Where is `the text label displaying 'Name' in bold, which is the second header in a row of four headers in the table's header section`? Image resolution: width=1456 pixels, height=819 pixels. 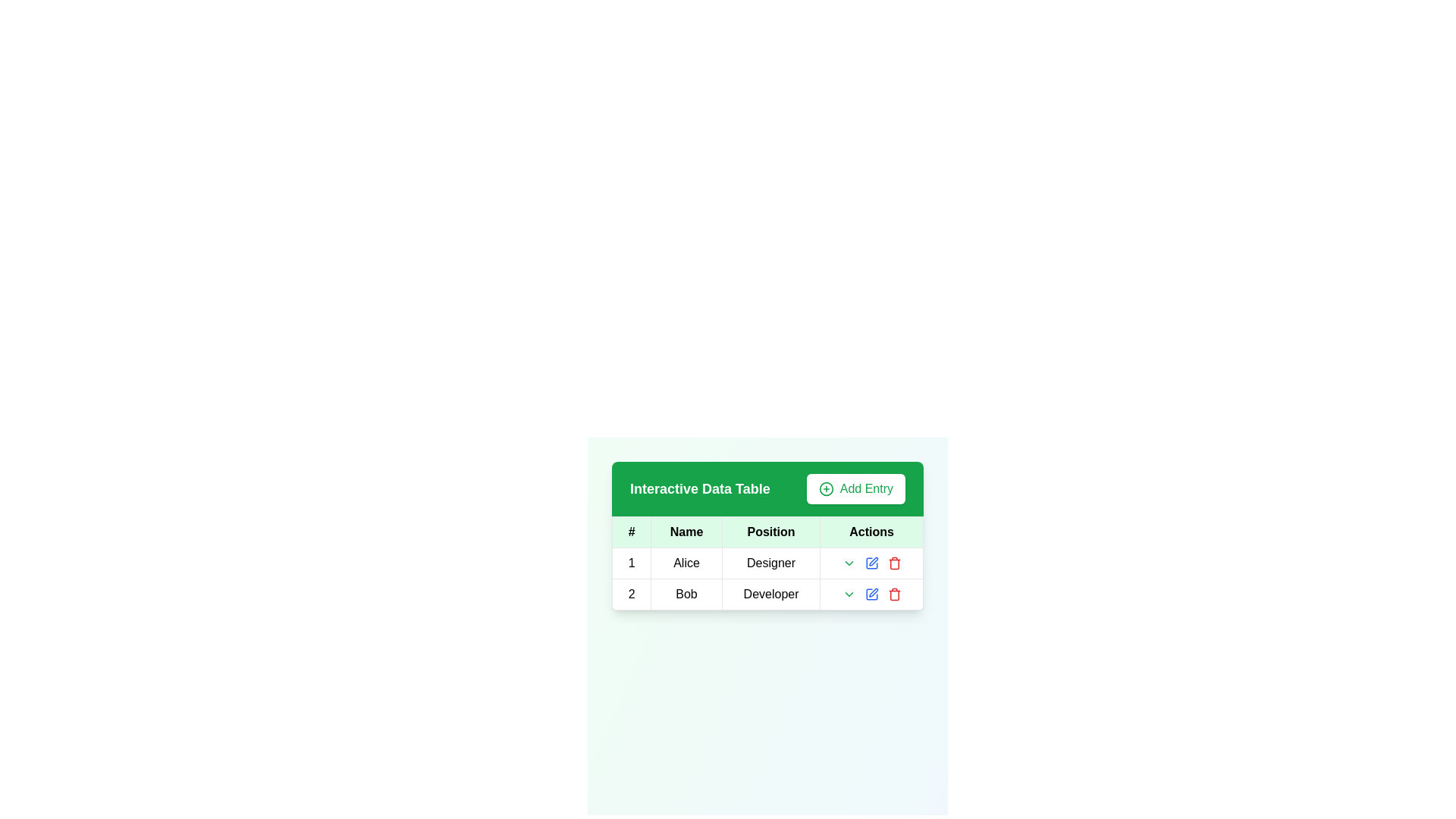
the text label displaying 'Name' in bold, which is the second header in a row of four headers in the table's header section is located at coordinates (686, 532).